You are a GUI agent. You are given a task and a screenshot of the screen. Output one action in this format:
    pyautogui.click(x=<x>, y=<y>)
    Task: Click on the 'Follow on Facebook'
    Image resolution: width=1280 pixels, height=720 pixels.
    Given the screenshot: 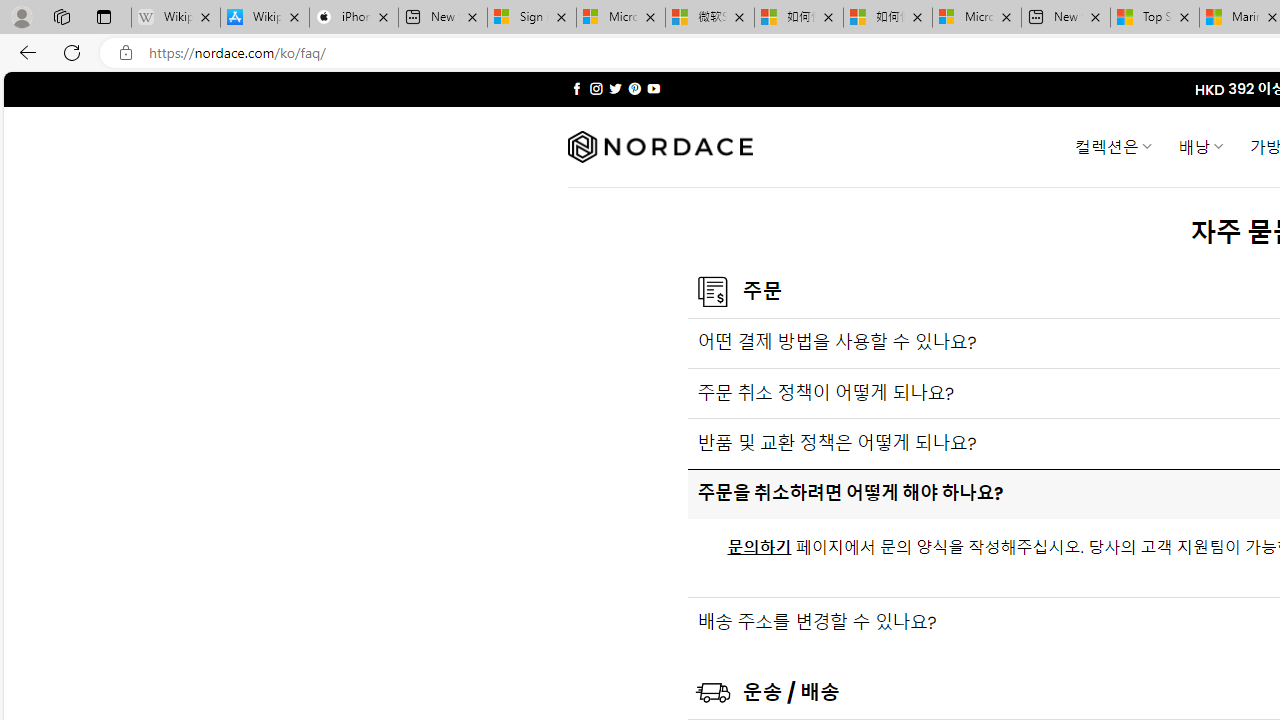 What is the action you would take?
    pyautogui.click(x=576, y=88)
    